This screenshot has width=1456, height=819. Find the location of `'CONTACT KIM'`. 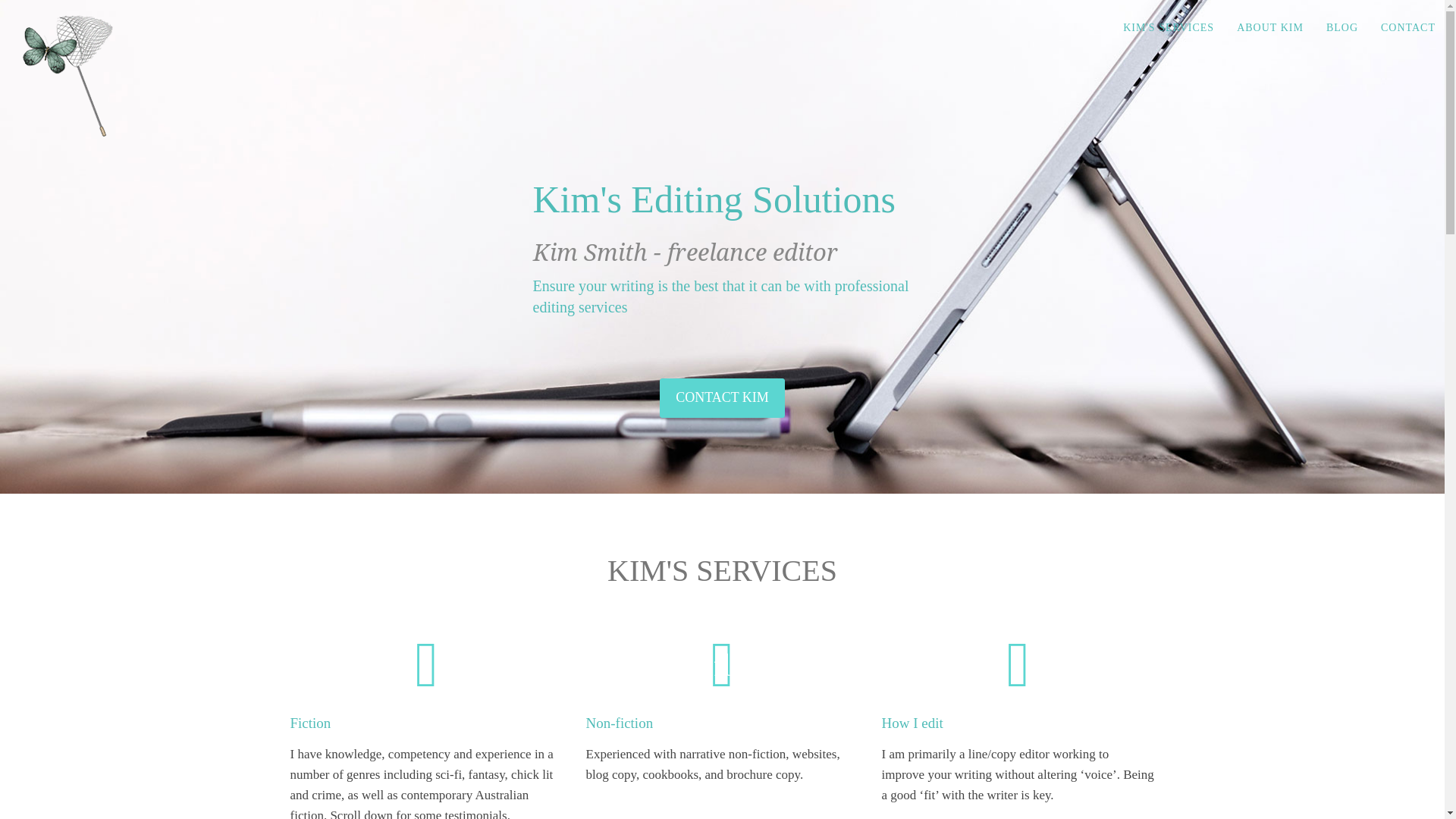

'CONTACT KIM' is located at coordinates (721, 397).